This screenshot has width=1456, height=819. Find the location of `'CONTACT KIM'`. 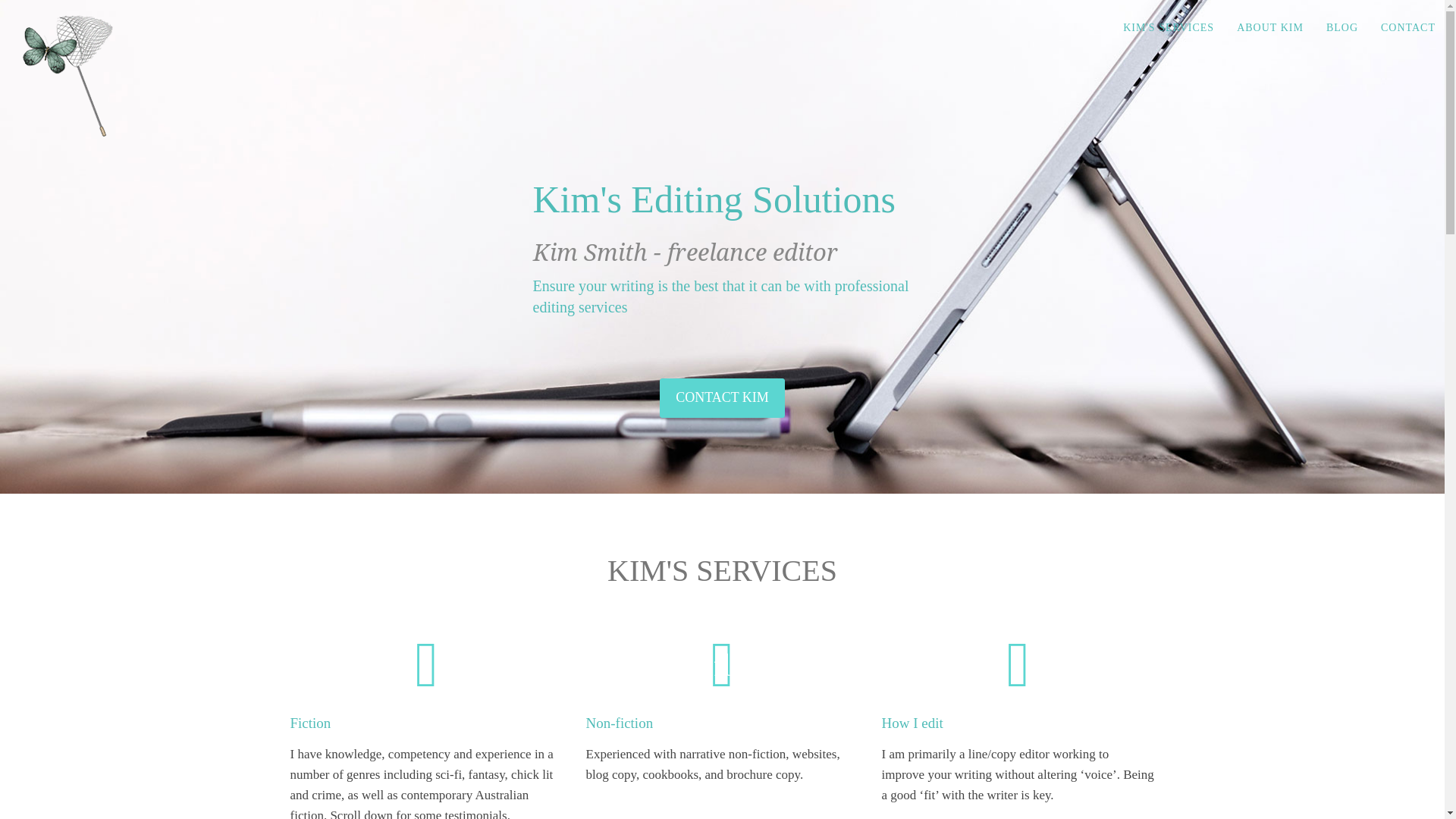

'CONTACT KIM' is located at coordinates (721, 397).